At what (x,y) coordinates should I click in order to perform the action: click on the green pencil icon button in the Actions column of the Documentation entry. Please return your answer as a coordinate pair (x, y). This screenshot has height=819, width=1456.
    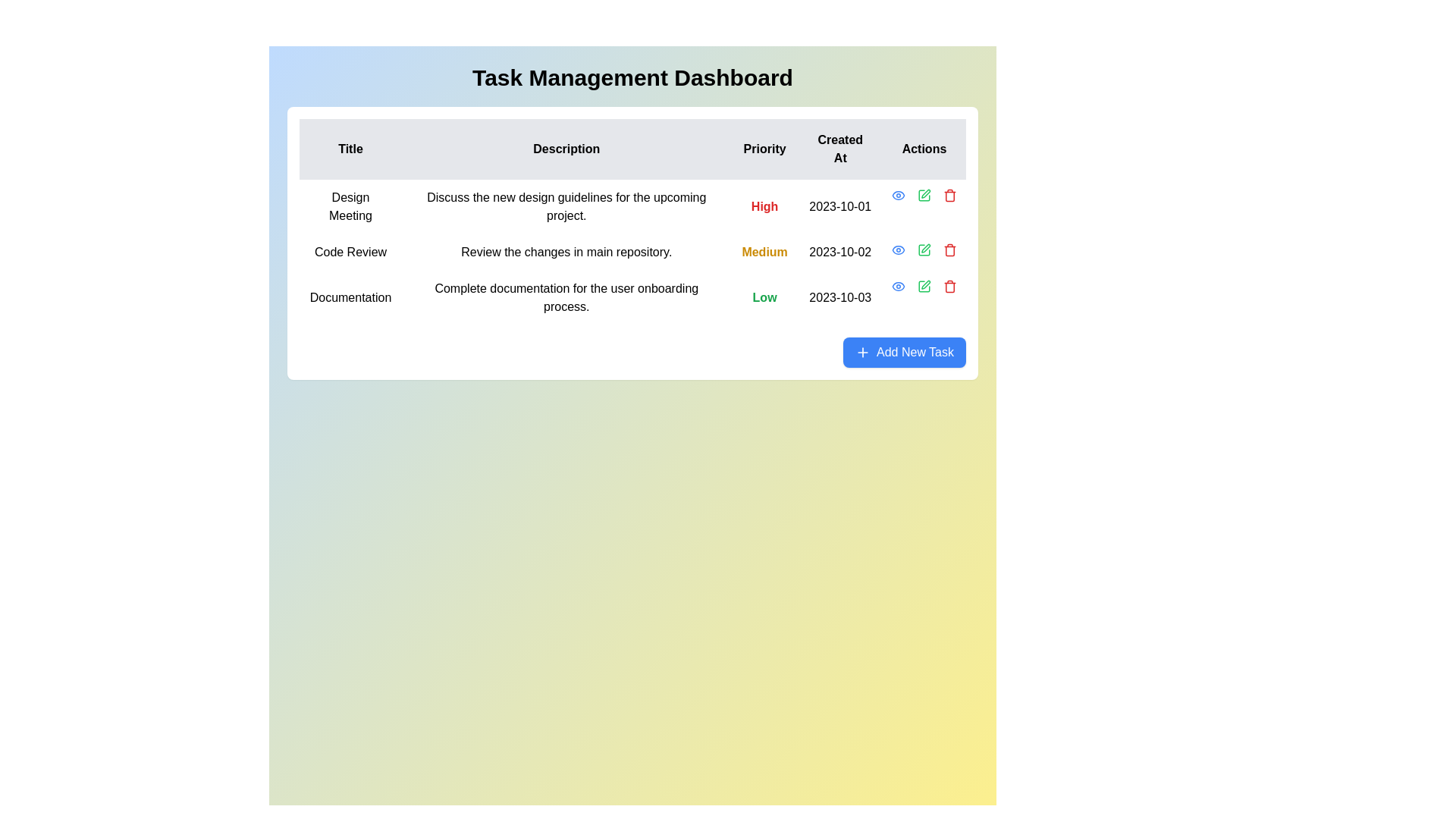
    Looking at the image, I should click on (924, 287).